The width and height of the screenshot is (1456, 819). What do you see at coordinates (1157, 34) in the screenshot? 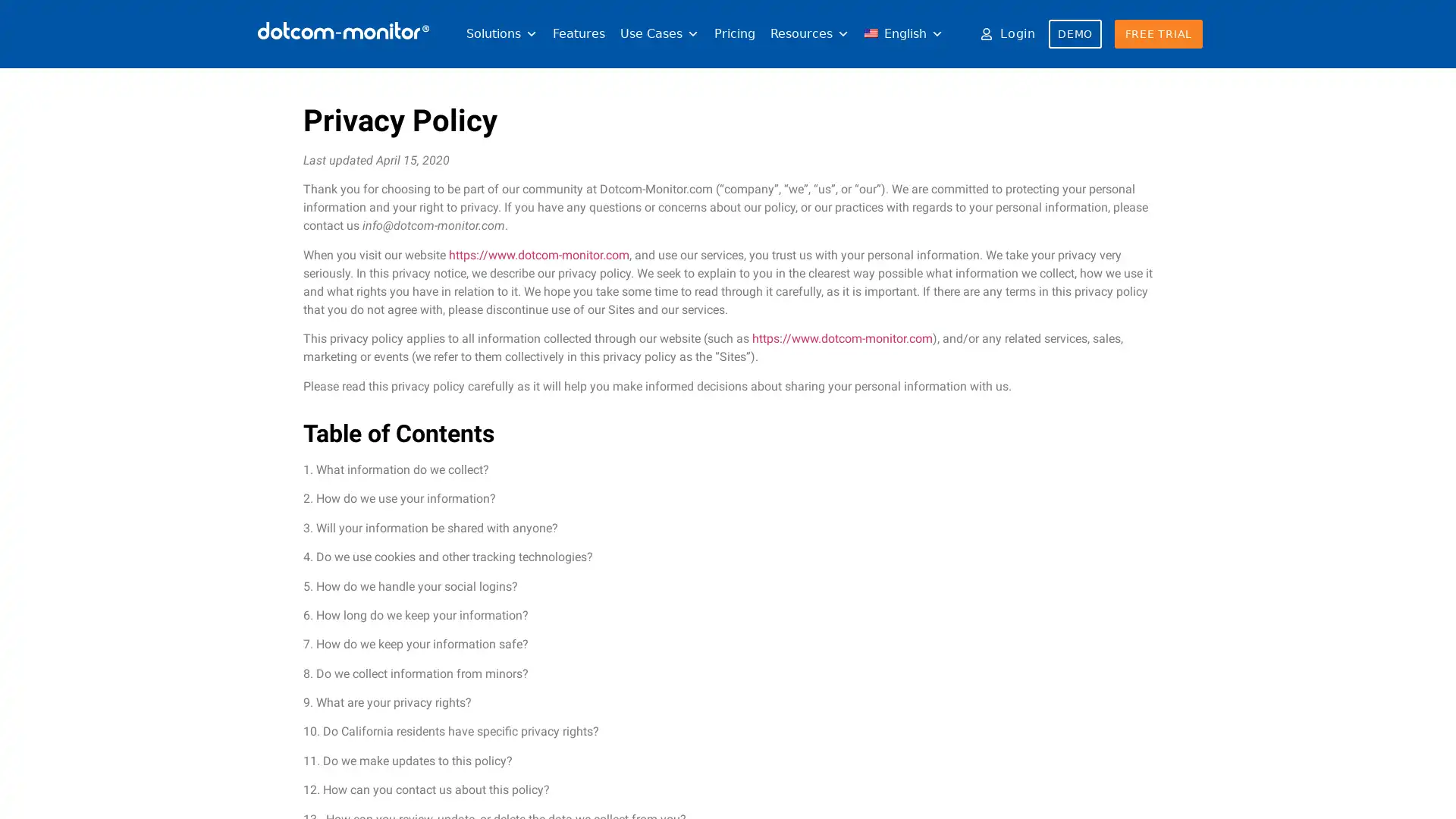
I see `FREE TRIAL` at bounding box center [1157, 34].